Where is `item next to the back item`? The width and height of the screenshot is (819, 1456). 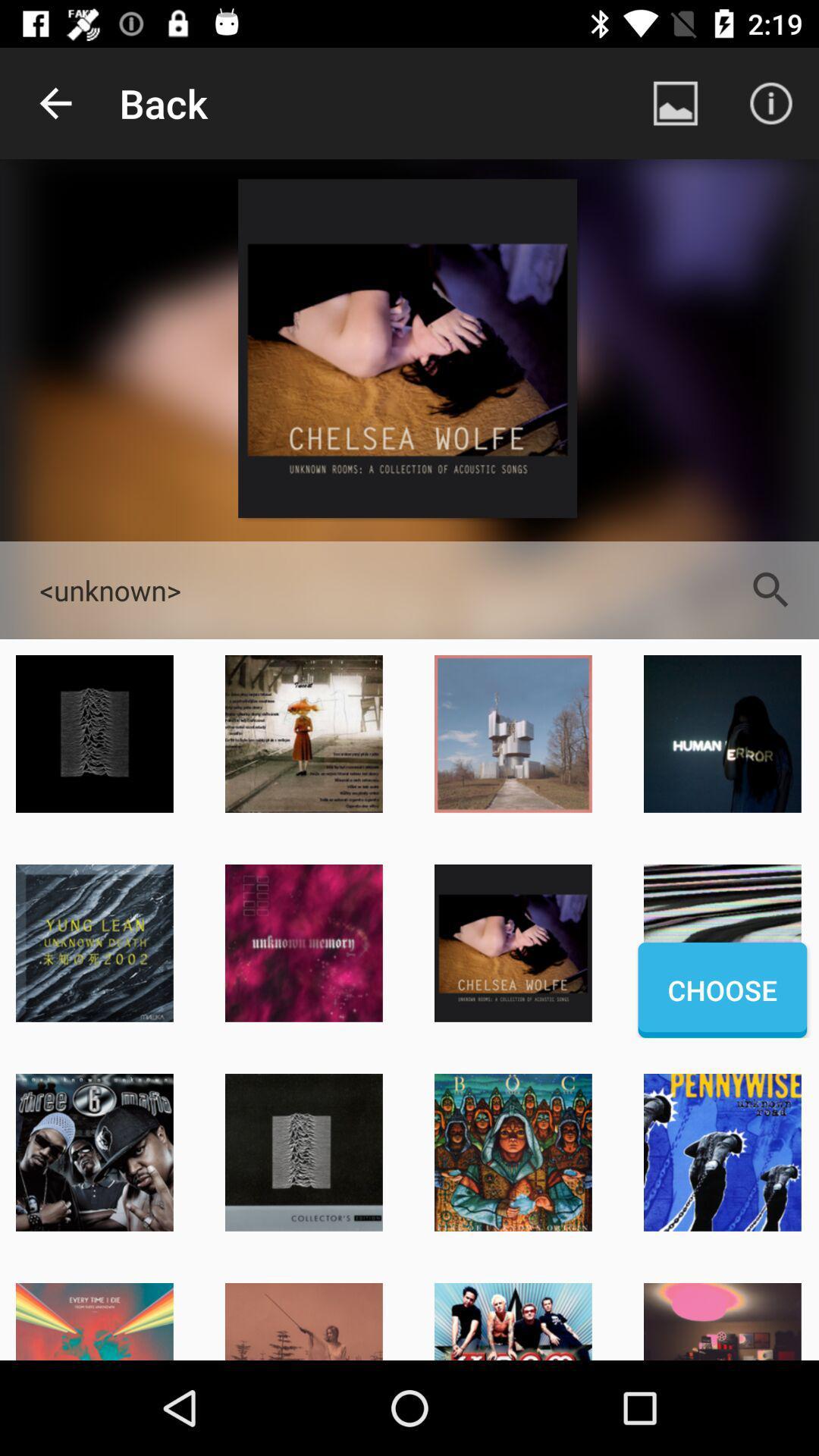
item next to the back item is located at coordinates (675, 102).